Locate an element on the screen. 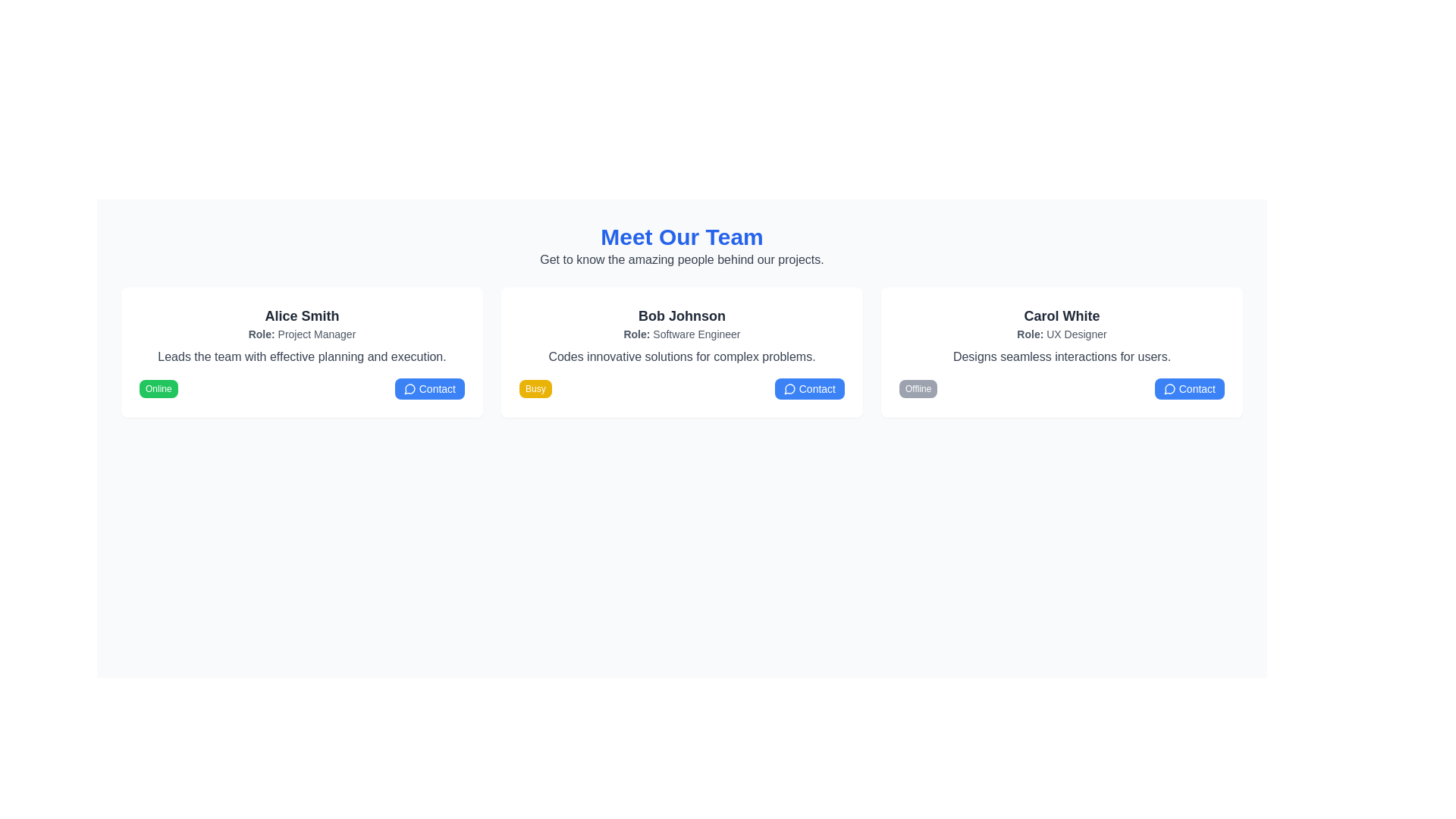 The height and width of the screenshot is (819, 1456). the 'Contact' icon, which is positioned to the left of the 'Contact' button text for 'Alice Smith', the 'Project Manager' is located at coordinates (409, 388).